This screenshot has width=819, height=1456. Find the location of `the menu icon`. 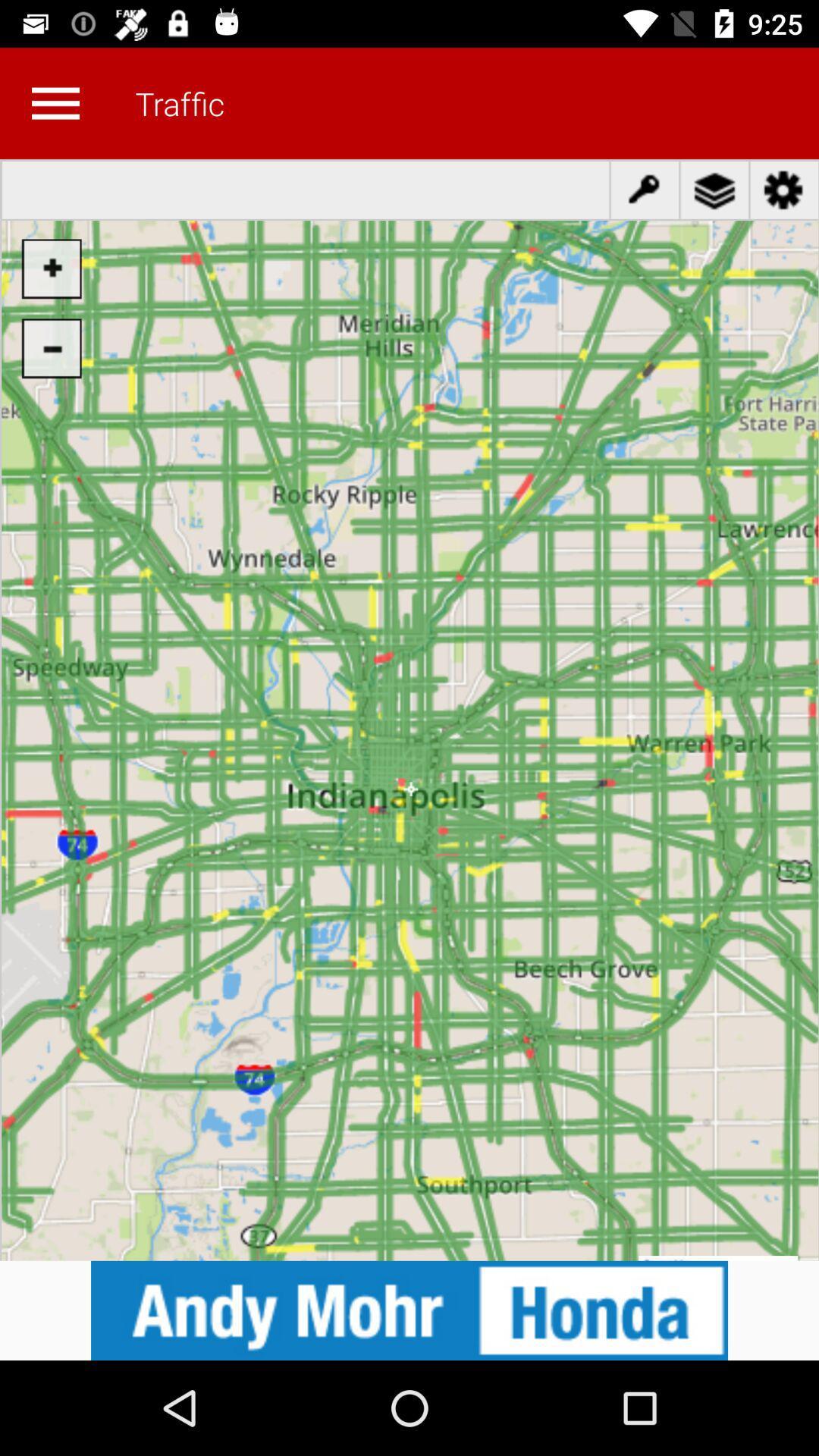

the menu icon is located at coordinates (55, 102).